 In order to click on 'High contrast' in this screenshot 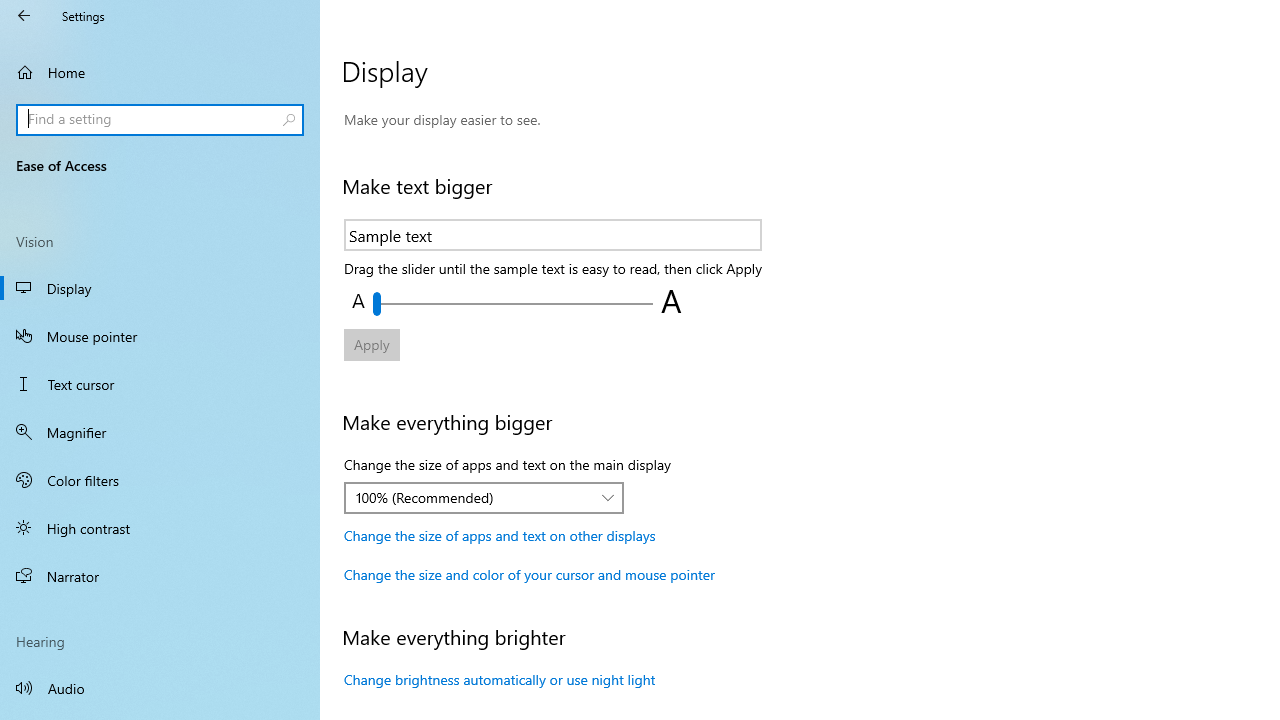, I will do `click(160, 527)`.